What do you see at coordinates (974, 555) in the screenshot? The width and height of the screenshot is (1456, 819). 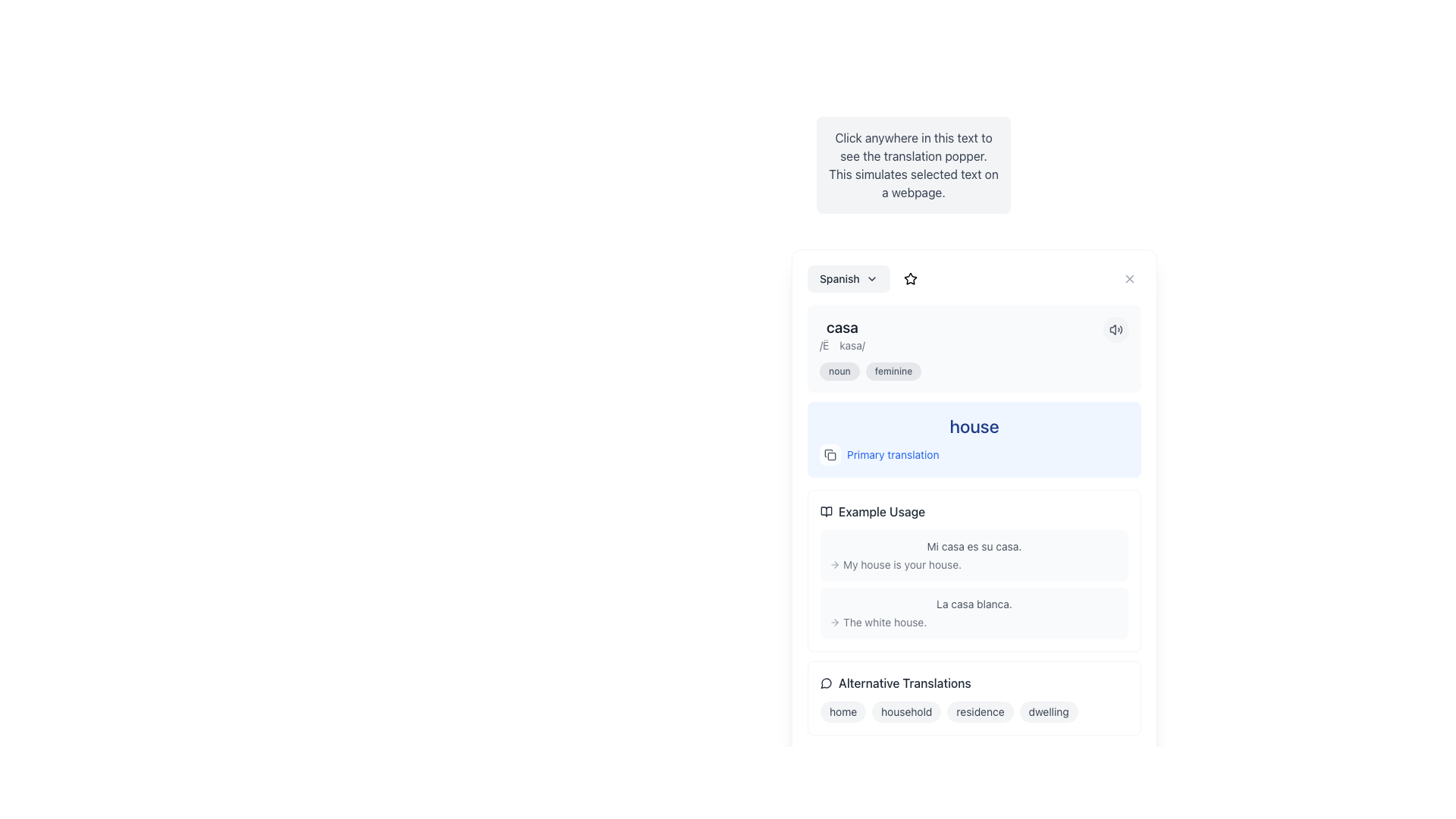 I see `the bilingual text block demonstrating the usage of the word 'casa' in Spanish, located in the central area of the 'Example Usage' section` at bounding box center [974, 555].